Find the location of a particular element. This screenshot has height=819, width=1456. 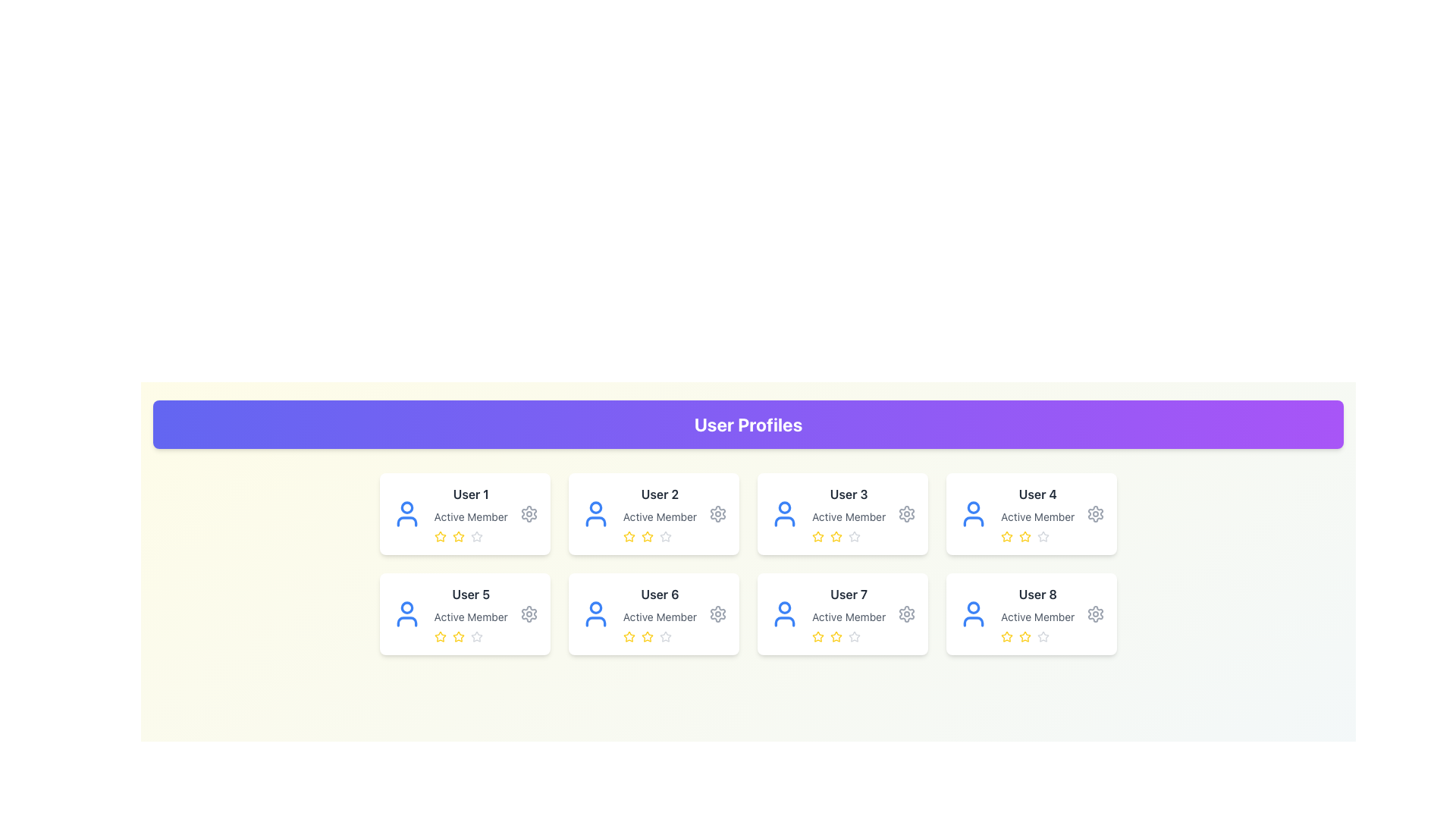

the third star is located at coordinates (1043, 636).